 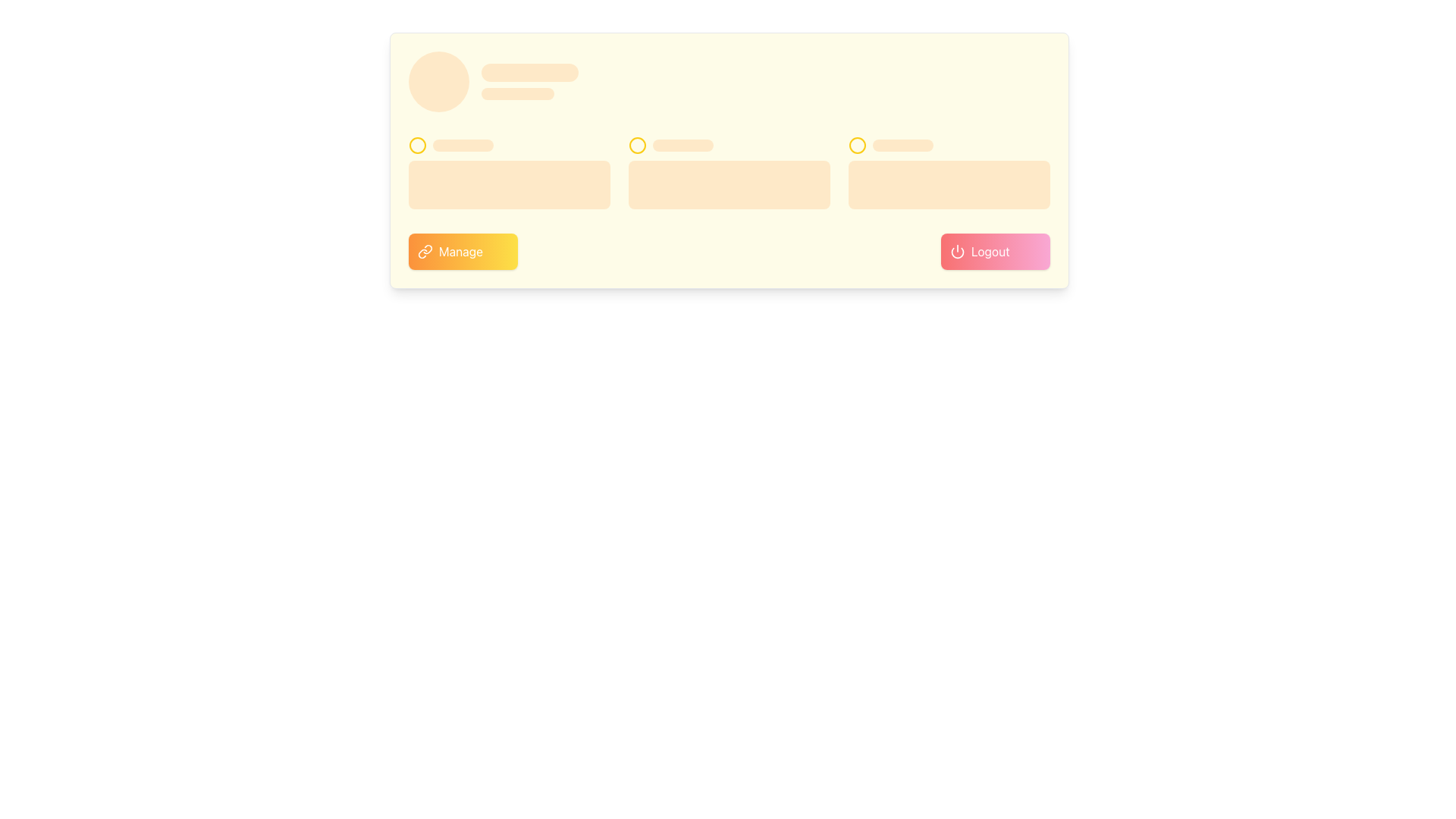 What do you see at coordinates (418, 146) in the screenshot?
I see `the circular icon with a yellow outline, which is the first among similar icons in the top-left section of the layout, adjacent to a text placeholder and near an avatar image` at bounding box center [418, 146].